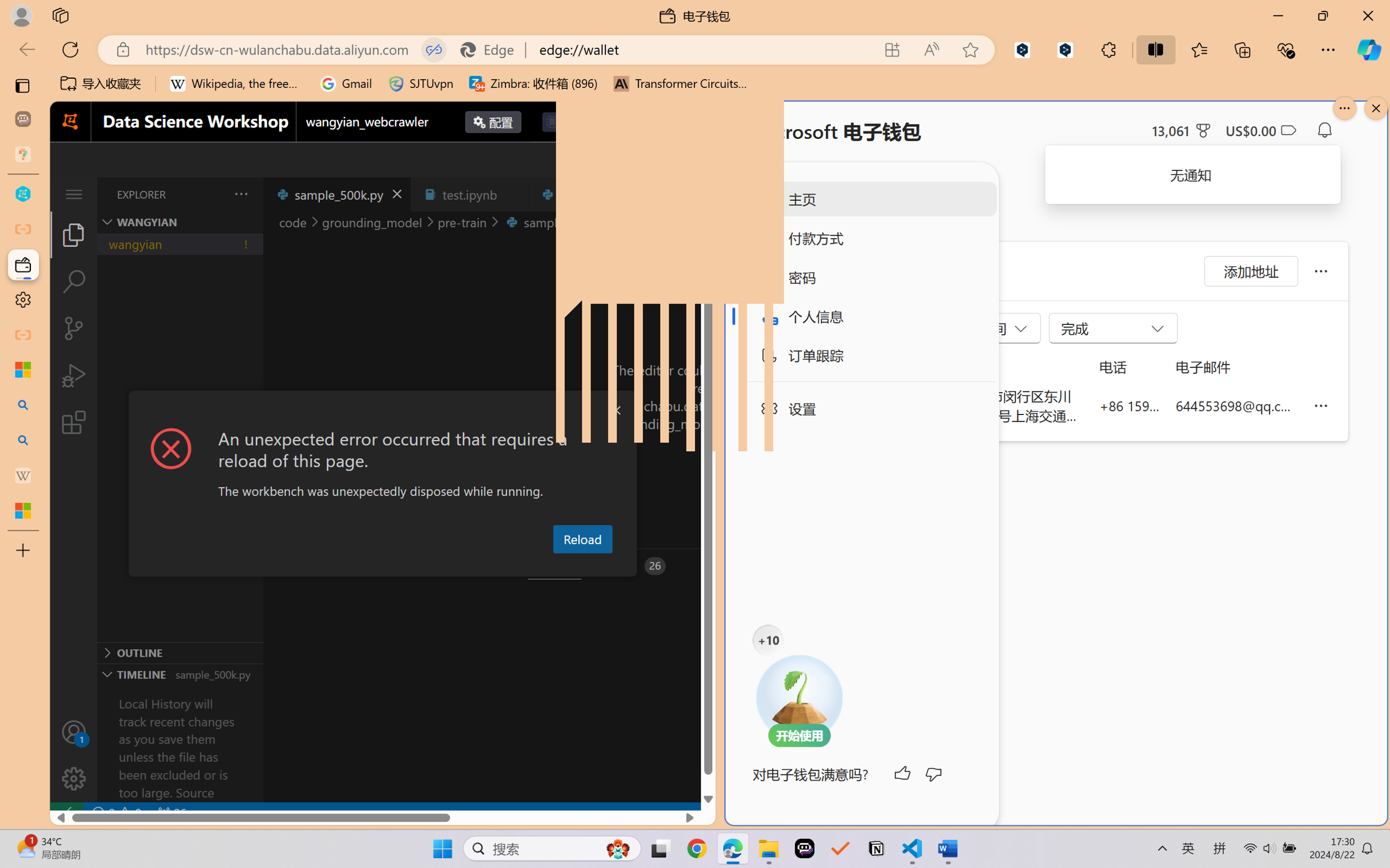  What do you see at coordinates (22, 193) in the screenshot?
I see `'wangyian_dsw - DSW'` at bounding box center [22, 193].